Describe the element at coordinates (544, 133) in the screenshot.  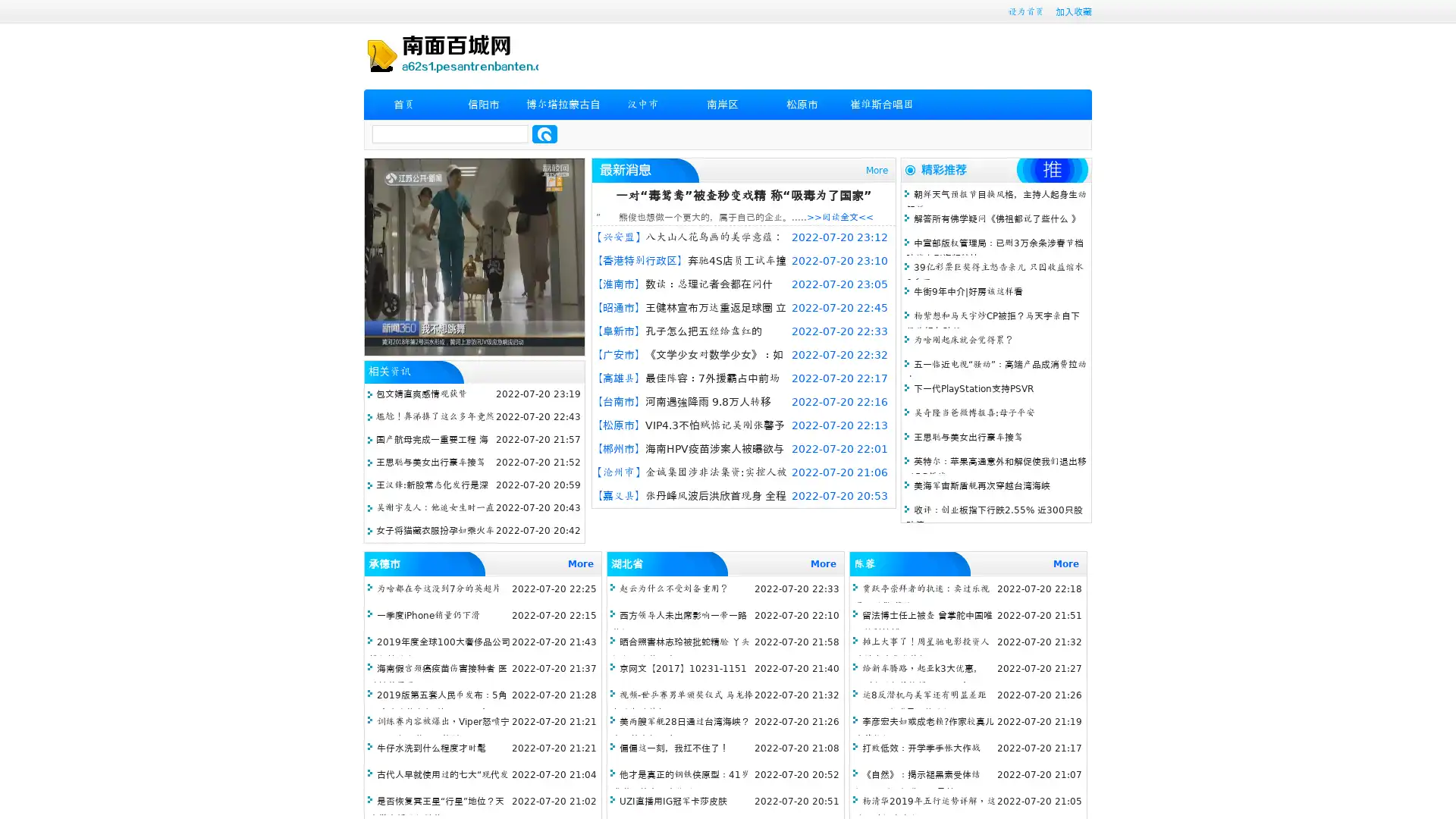
I see `Search` at that location.